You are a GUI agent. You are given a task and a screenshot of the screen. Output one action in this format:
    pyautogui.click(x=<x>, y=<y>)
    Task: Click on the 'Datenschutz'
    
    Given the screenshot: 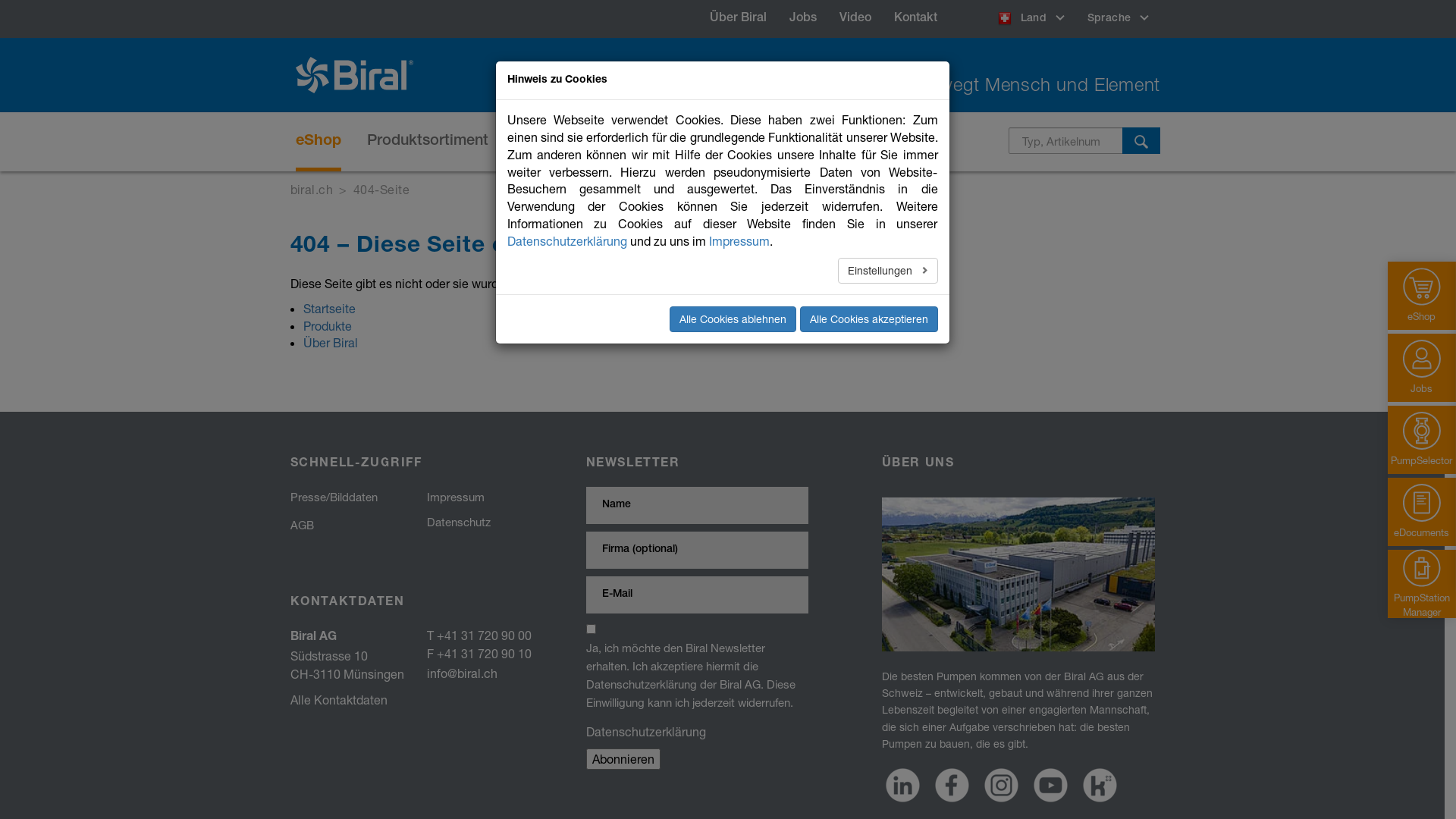 What is the action you would take?
    pyautogui.click(x=457, y=520)
    